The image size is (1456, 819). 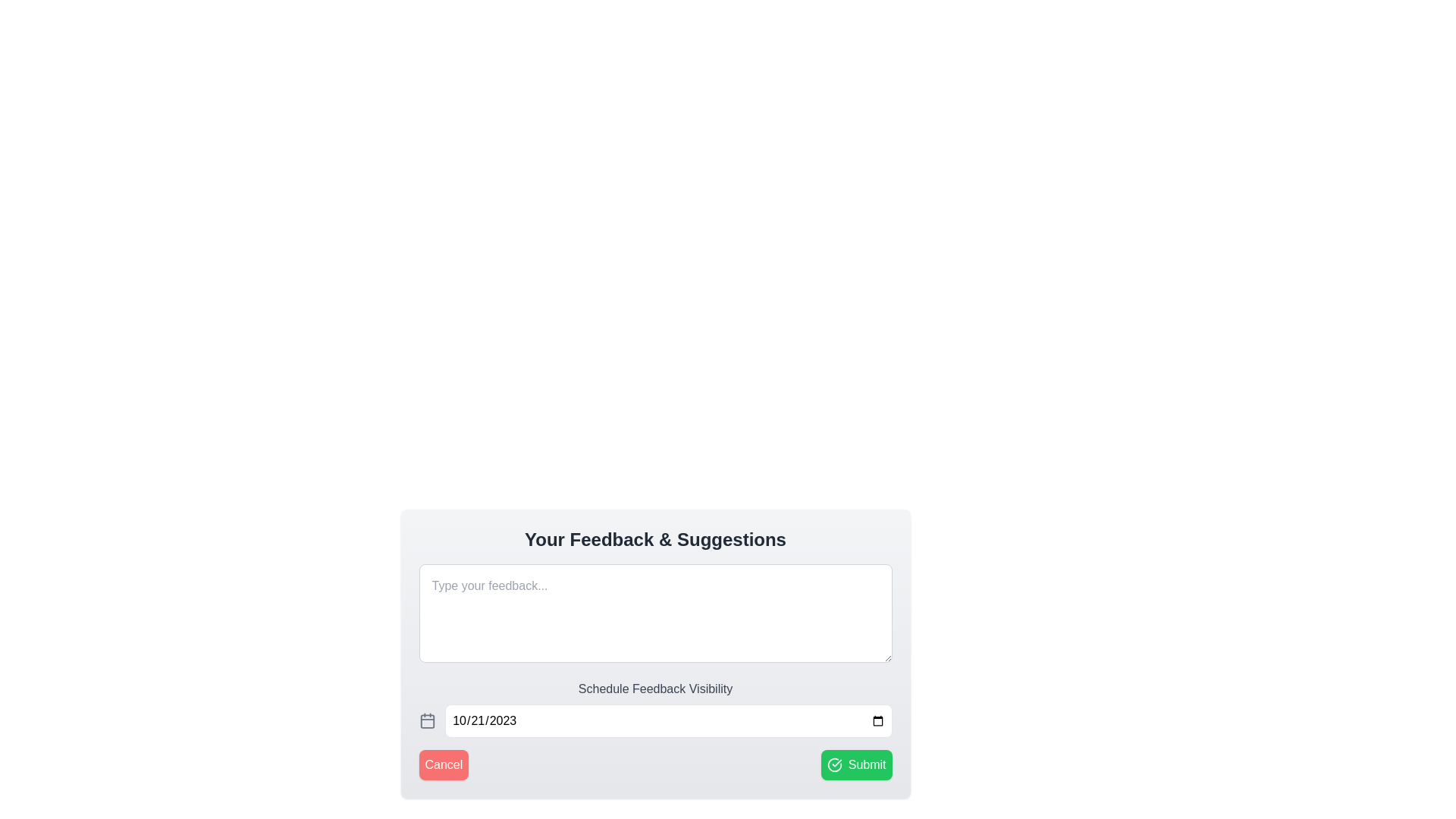 What do you see at coordinates (655, 539) in the screenshot?
I see `the static text heading that introduces the section for user feedback and suggestions, located at the top of the section above the input box` at bounding box center [655, 539].